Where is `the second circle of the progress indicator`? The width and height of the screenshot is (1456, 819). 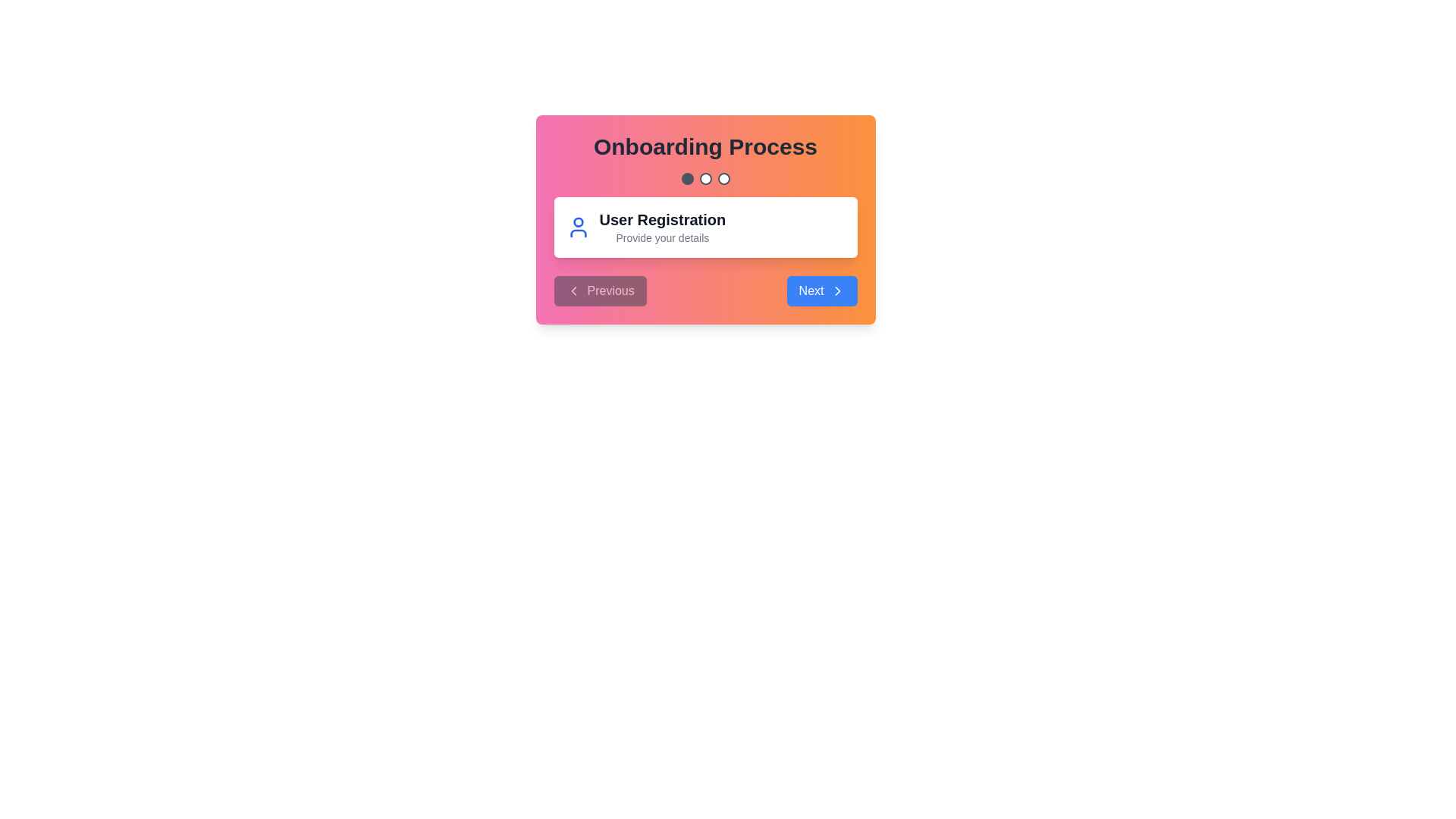
the second circle of the progress indicator is located at coordinates (704, 177).